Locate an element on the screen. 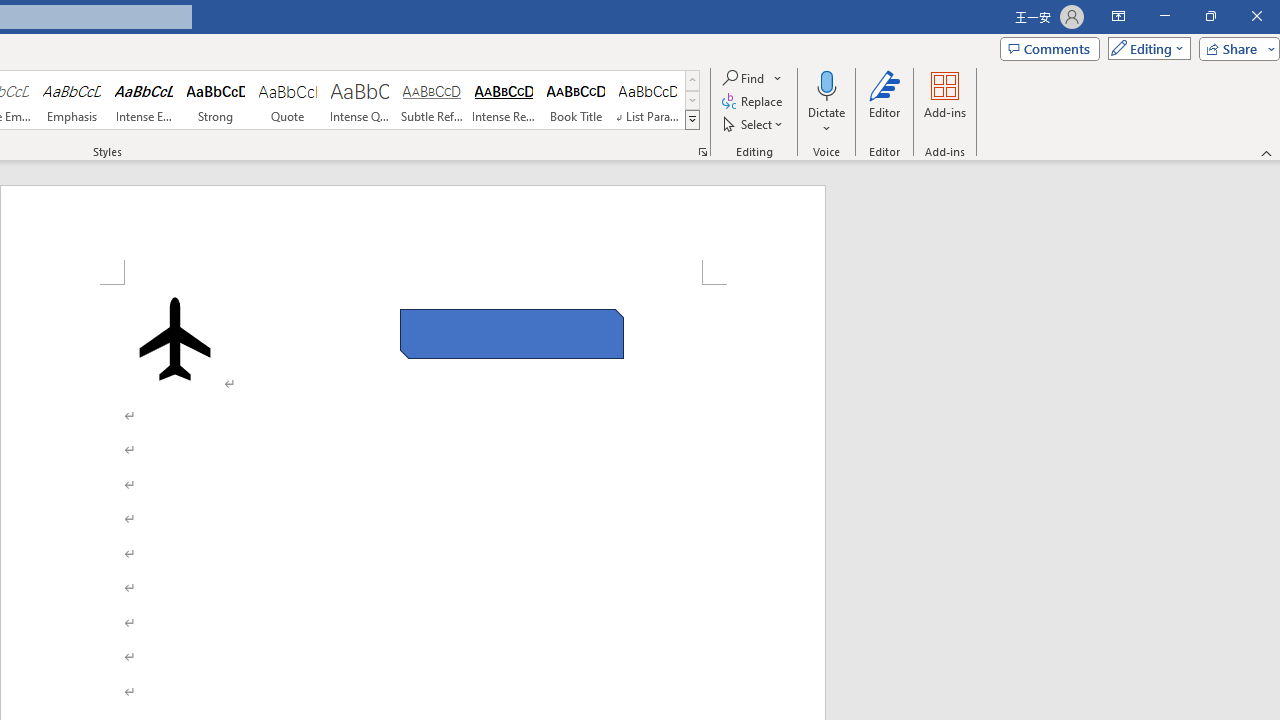 The height and width of the screenshot is (720, 1280). 'Dictate' is located at coordinates (826, 84).